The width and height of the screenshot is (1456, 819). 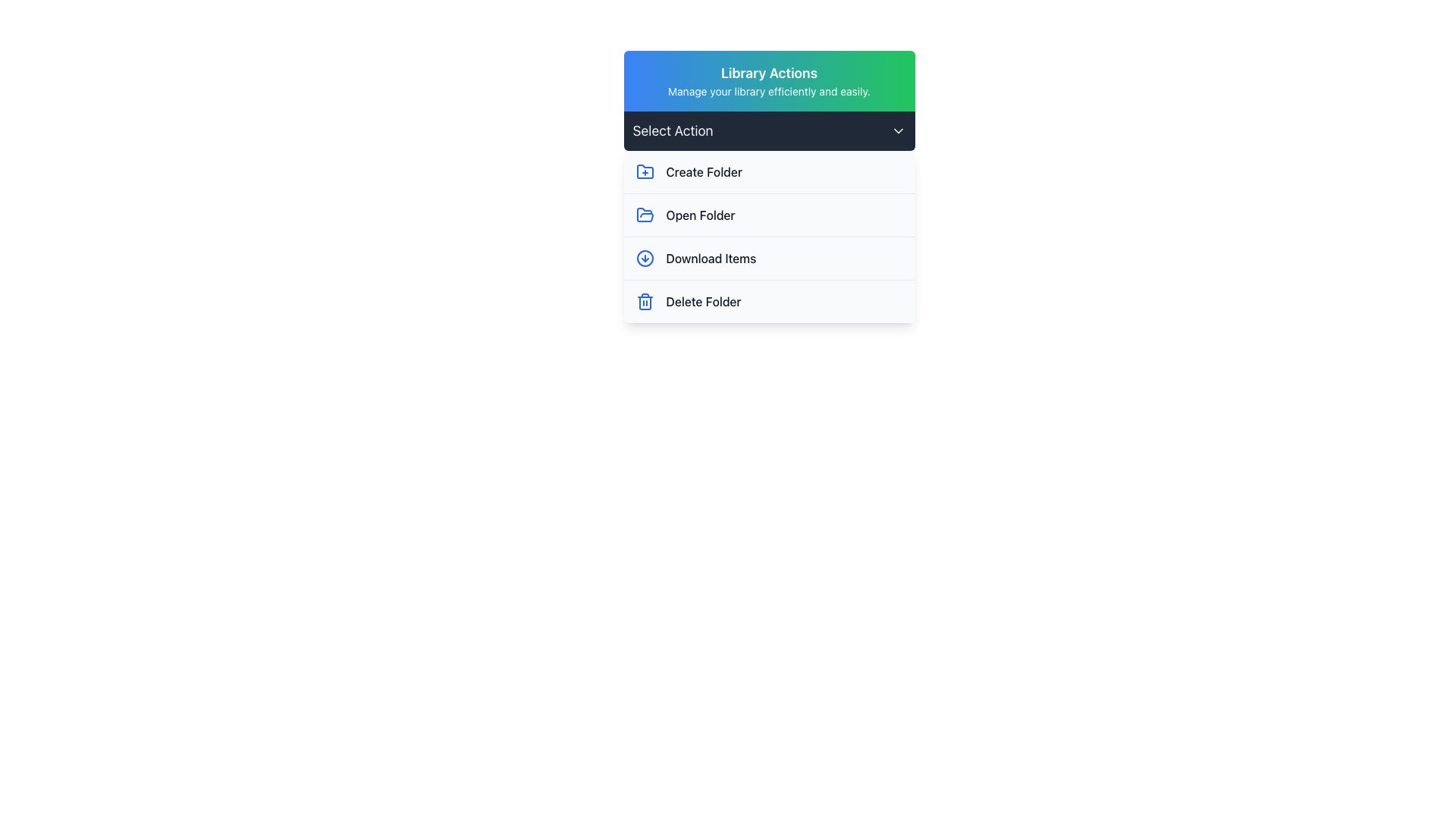 I want to click on the prominent header text labeled 'Library Actions', which is styled in a bold font with white color against a gradient background, so click(x=769, y=73).